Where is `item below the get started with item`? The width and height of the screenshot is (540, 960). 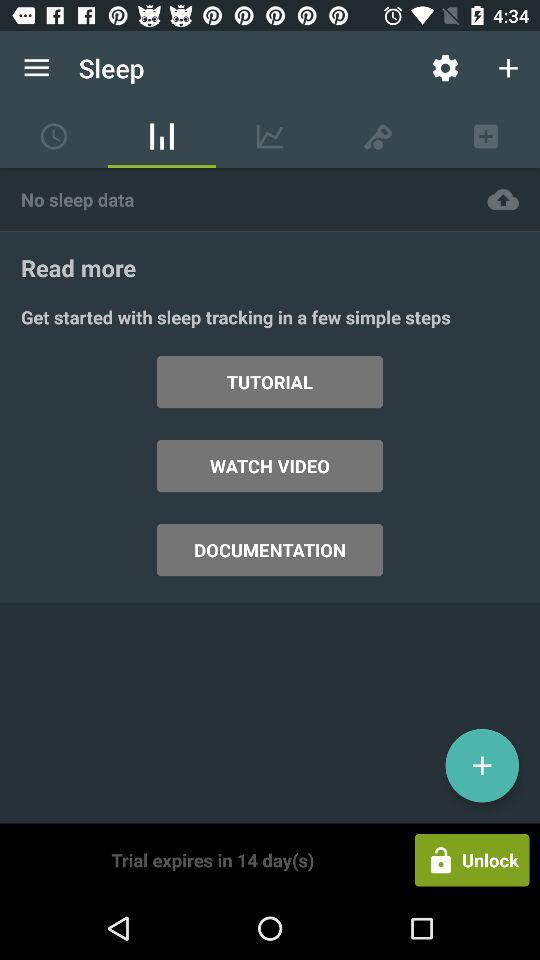 item below the get started with item is located at coordinates (481, 764).